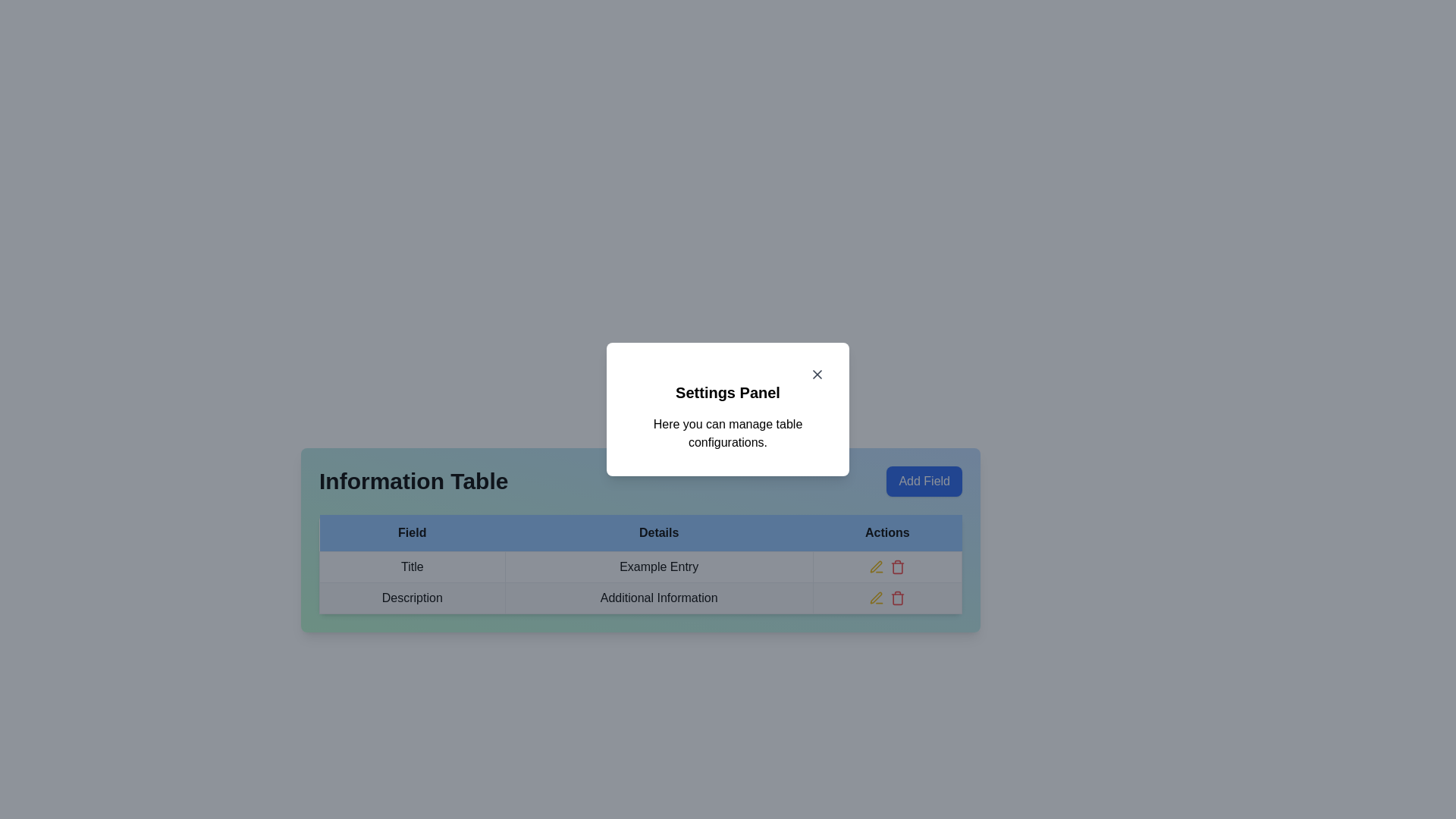  I want to click on the close button located in the upper-right corner of the 'Settings Panel' modal dialog, so click(817, 374).